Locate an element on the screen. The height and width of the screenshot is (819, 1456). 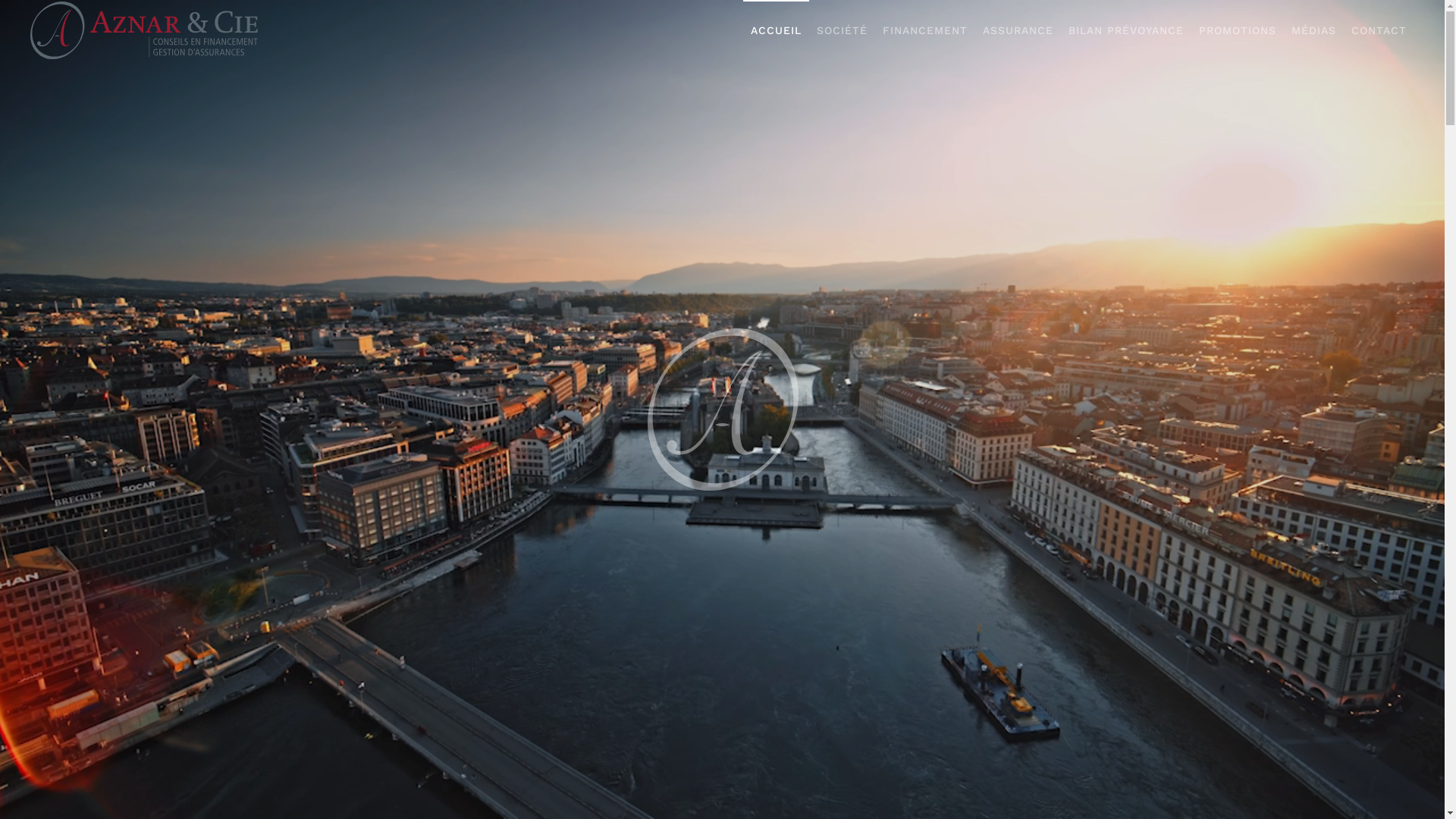
'CONTACT' is located at coordinates (1379, 30).